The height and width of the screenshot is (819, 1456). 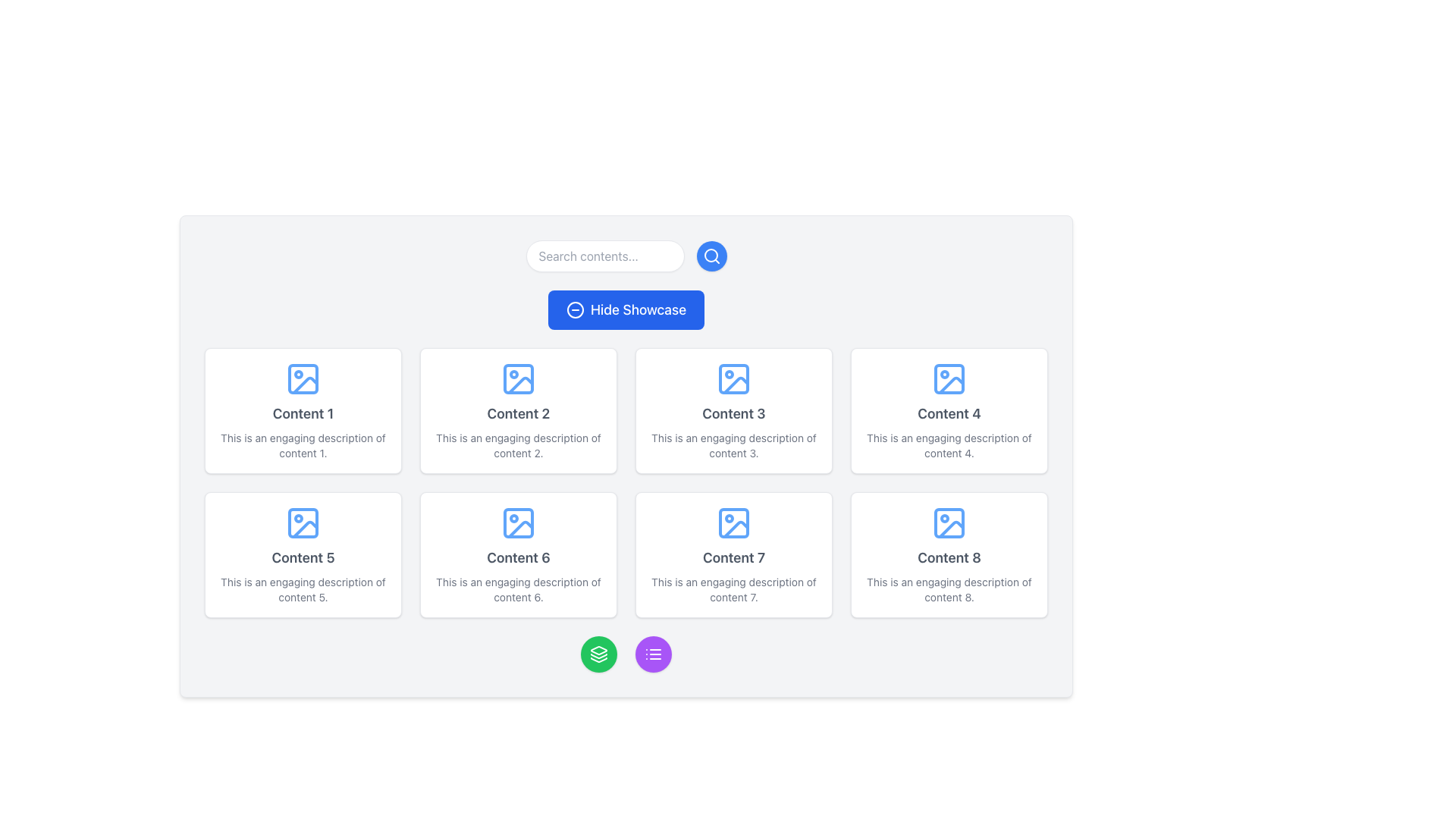 I want to click on the circular blue button with a magnifying glass icon, so click(x=711, y=256).